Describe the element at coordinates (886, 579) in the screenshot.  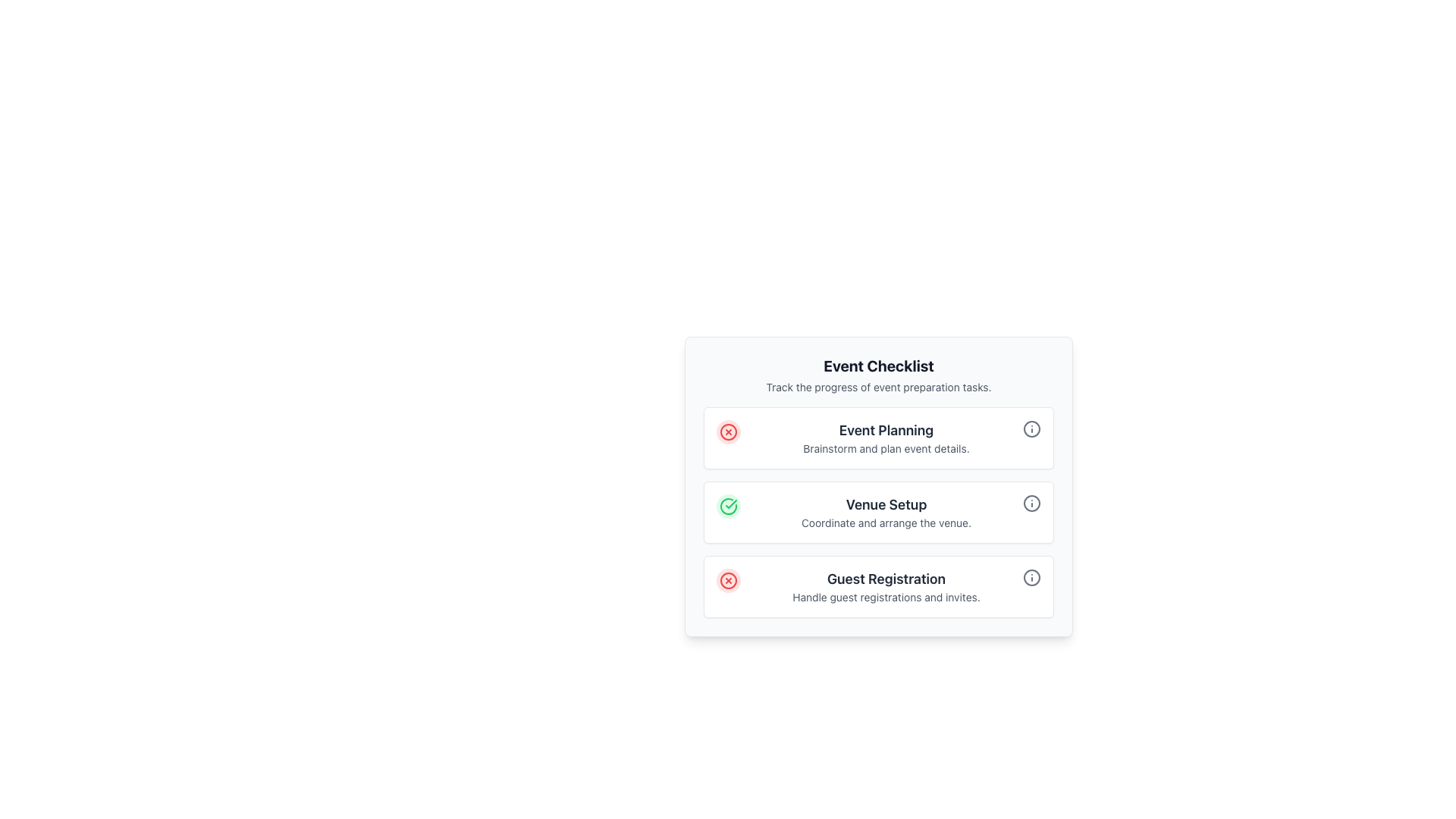
I see `text label 'Guest Registration' which is styled in bold and large font color dark gray, located in the third entry of the Event Checklist card layout` at that location.